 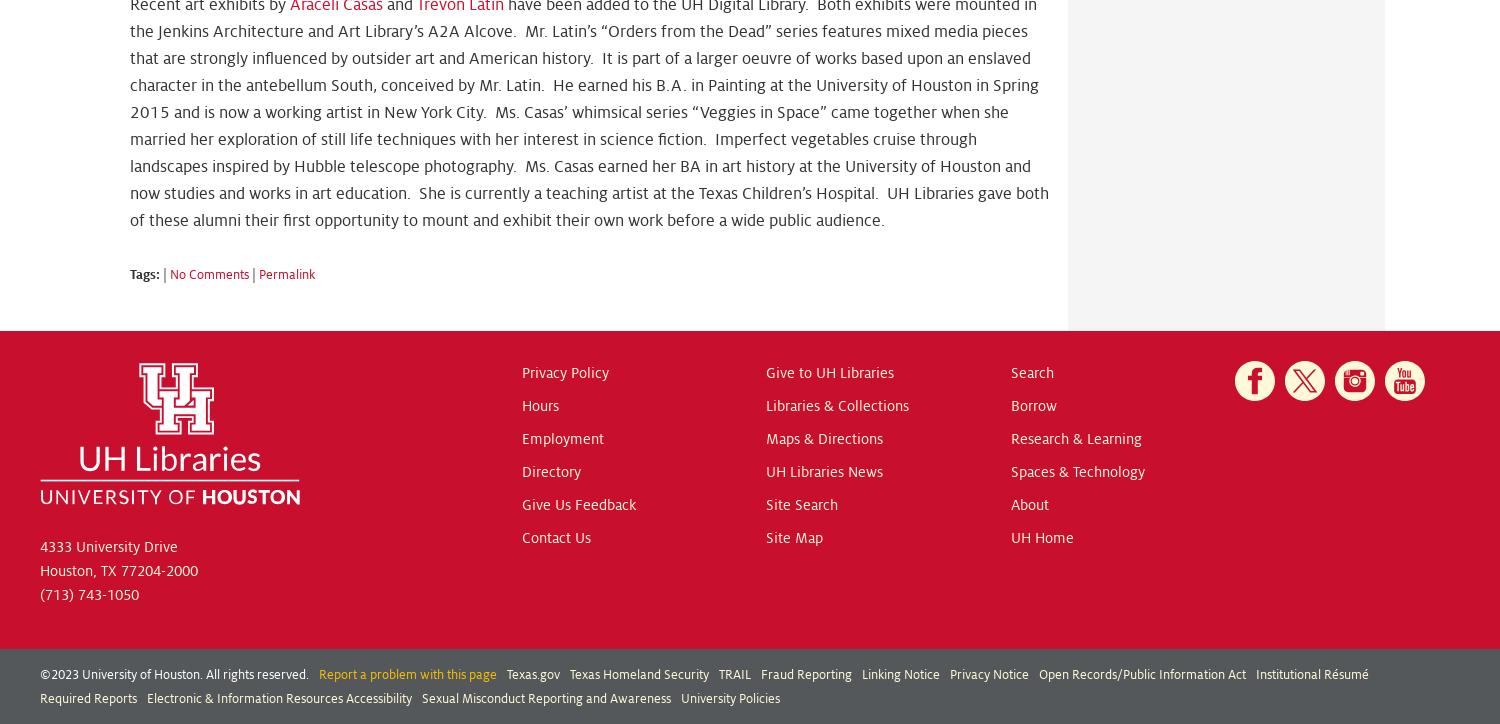 What do you see at coordinates (1031, 373) in the screenshot?
I see `'Search'` at bounding box center [1031, 373].